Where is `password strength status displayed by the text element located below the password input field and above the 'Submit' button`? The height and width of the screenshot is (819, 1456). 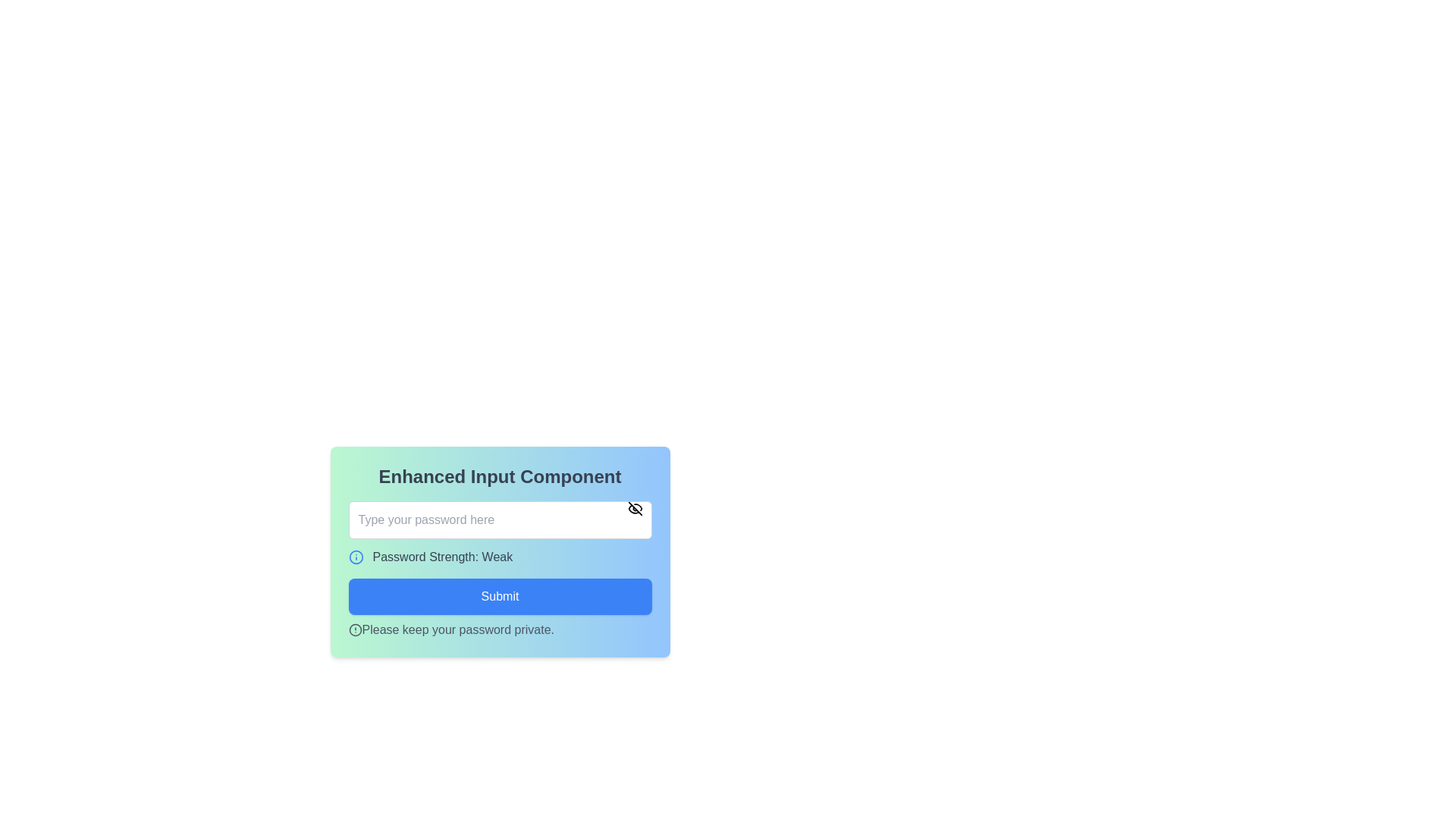
password strength status displayed by the text element located below the password input field and above the 'Submit' button is located at coordinates (500, 557).